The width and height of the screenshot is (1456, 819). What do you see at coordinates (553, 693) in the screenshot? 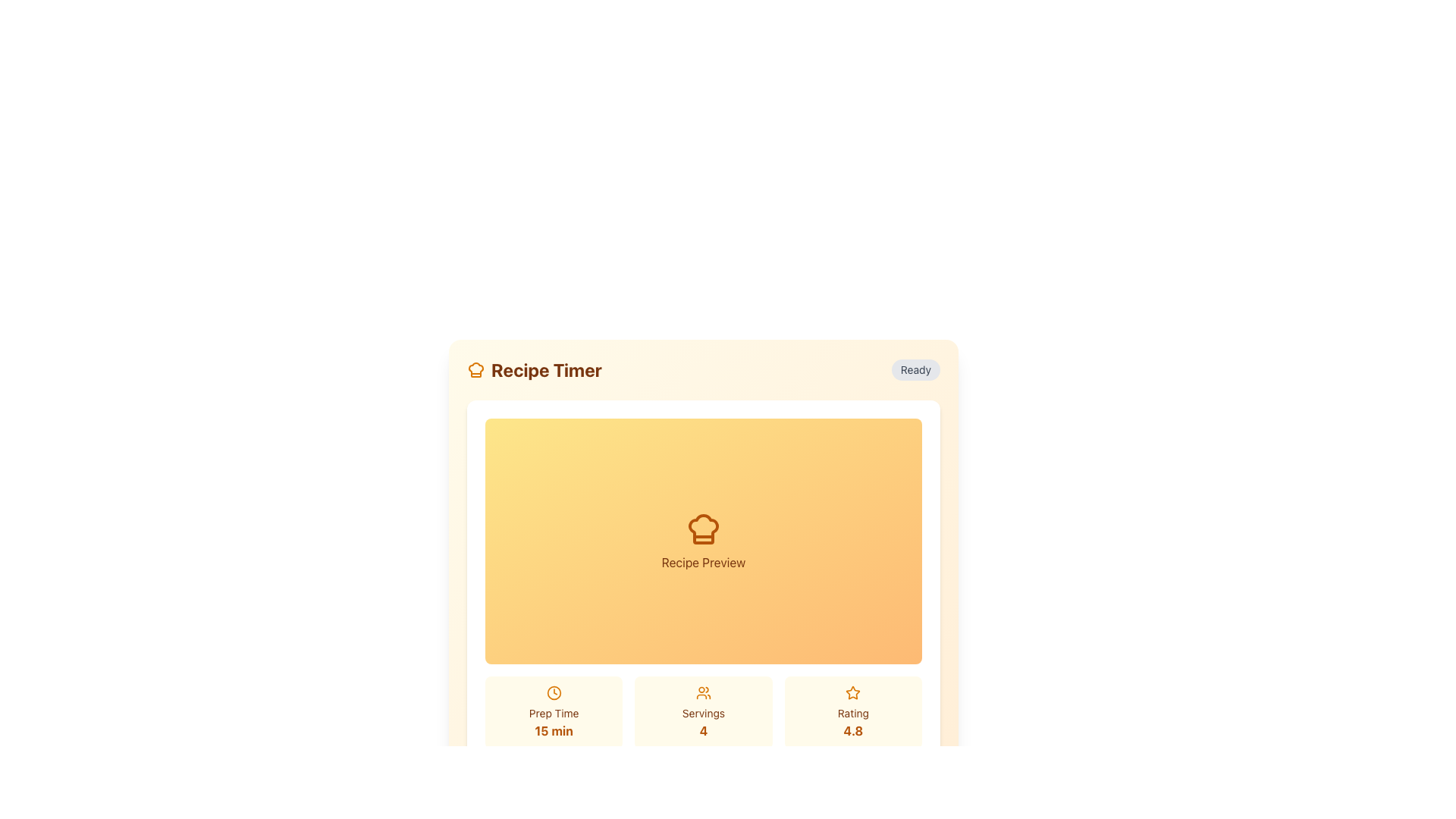
I see `the 'Prep Time' icon that visually represents preparation time, located in the first column of the horizontally divided section at the bottom of the card` at bounding box center [553, 693].